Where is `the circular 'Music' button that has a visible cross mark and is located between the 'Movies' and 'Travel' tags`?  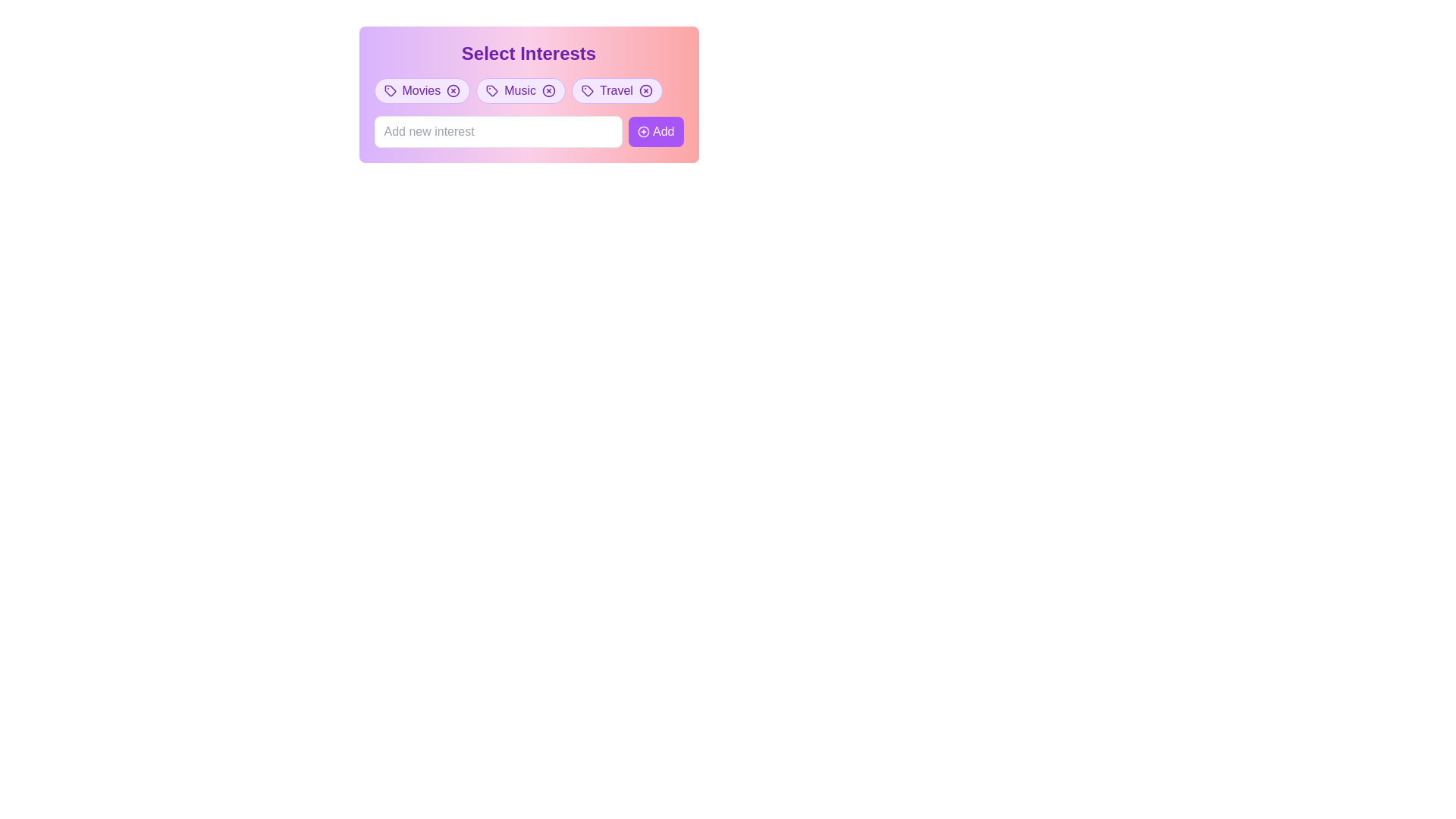
the circular 'Music' button that has a visible cross mark and is located between the 'Movies' and 'Travel' tags is located at coordinates (548, 90).